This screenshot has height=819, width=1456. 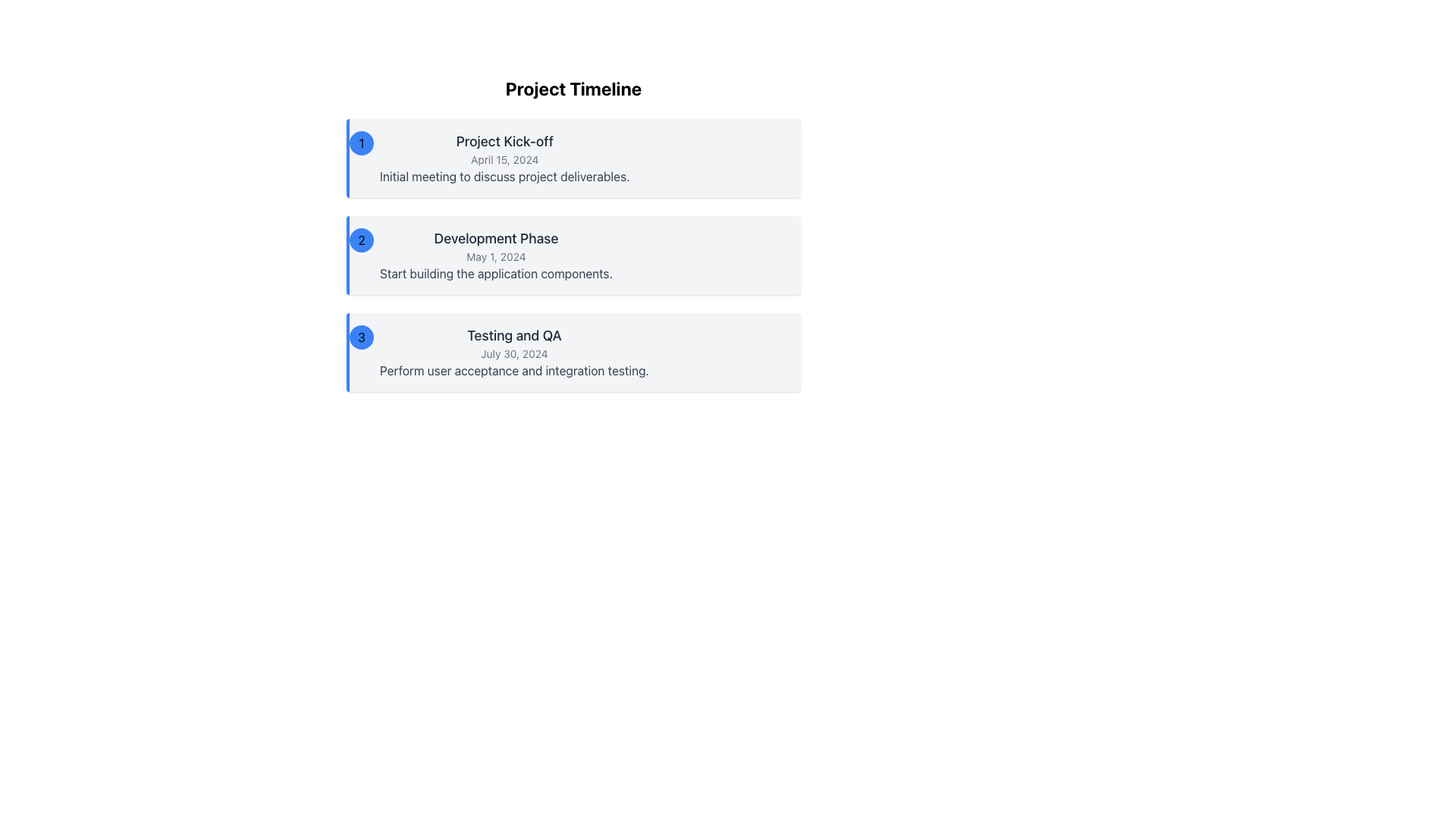 I want to click on the Text label that provides additional details for the 'Testing and QA' timeline entry, which is centrally aligned in the respective timeline box below the date 'July 30, 2024', so click(x=514, y=371).